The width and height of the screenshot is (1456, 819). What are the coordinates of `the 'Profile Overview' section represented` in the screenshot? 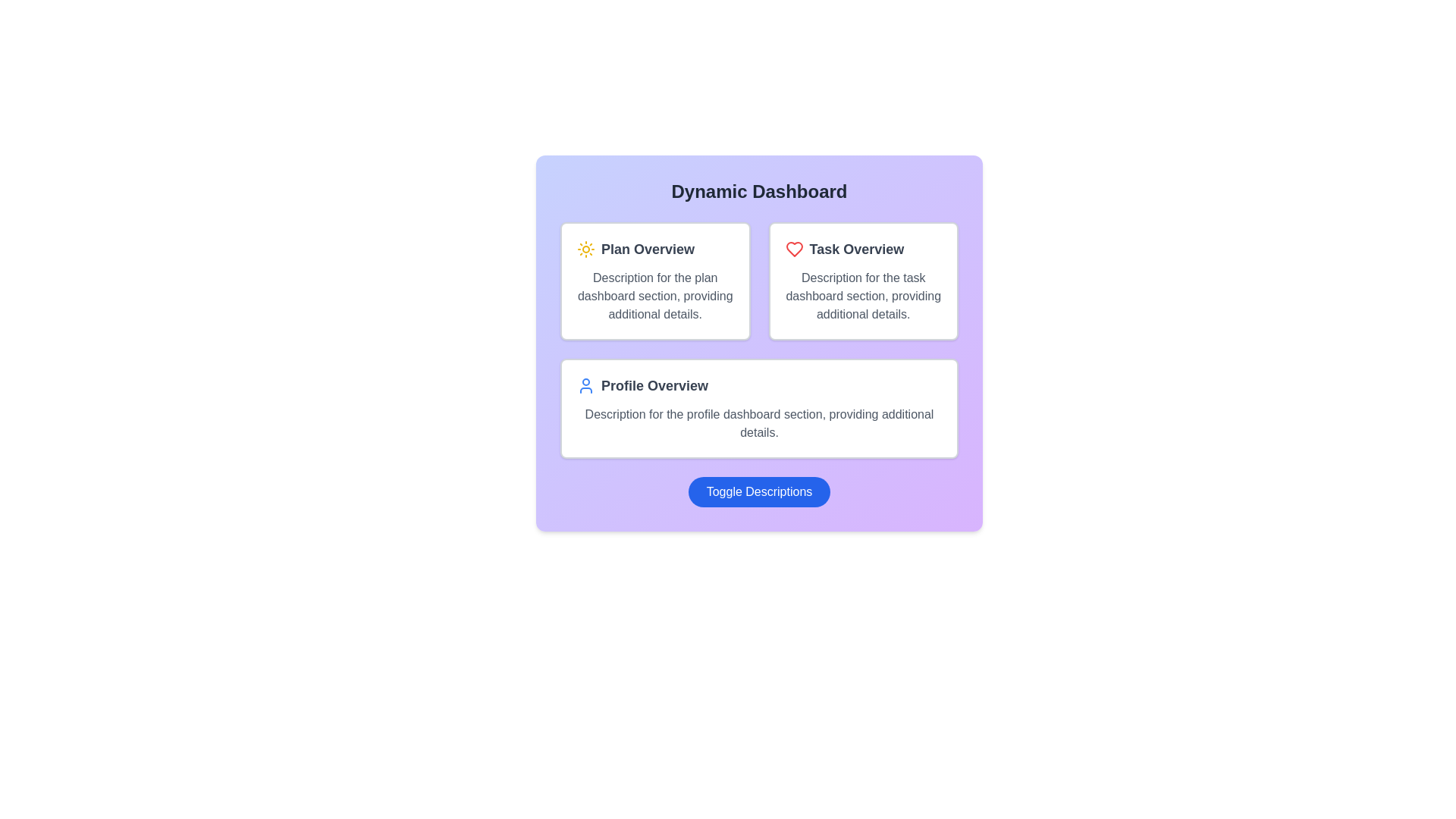 It's located at (759, 385).